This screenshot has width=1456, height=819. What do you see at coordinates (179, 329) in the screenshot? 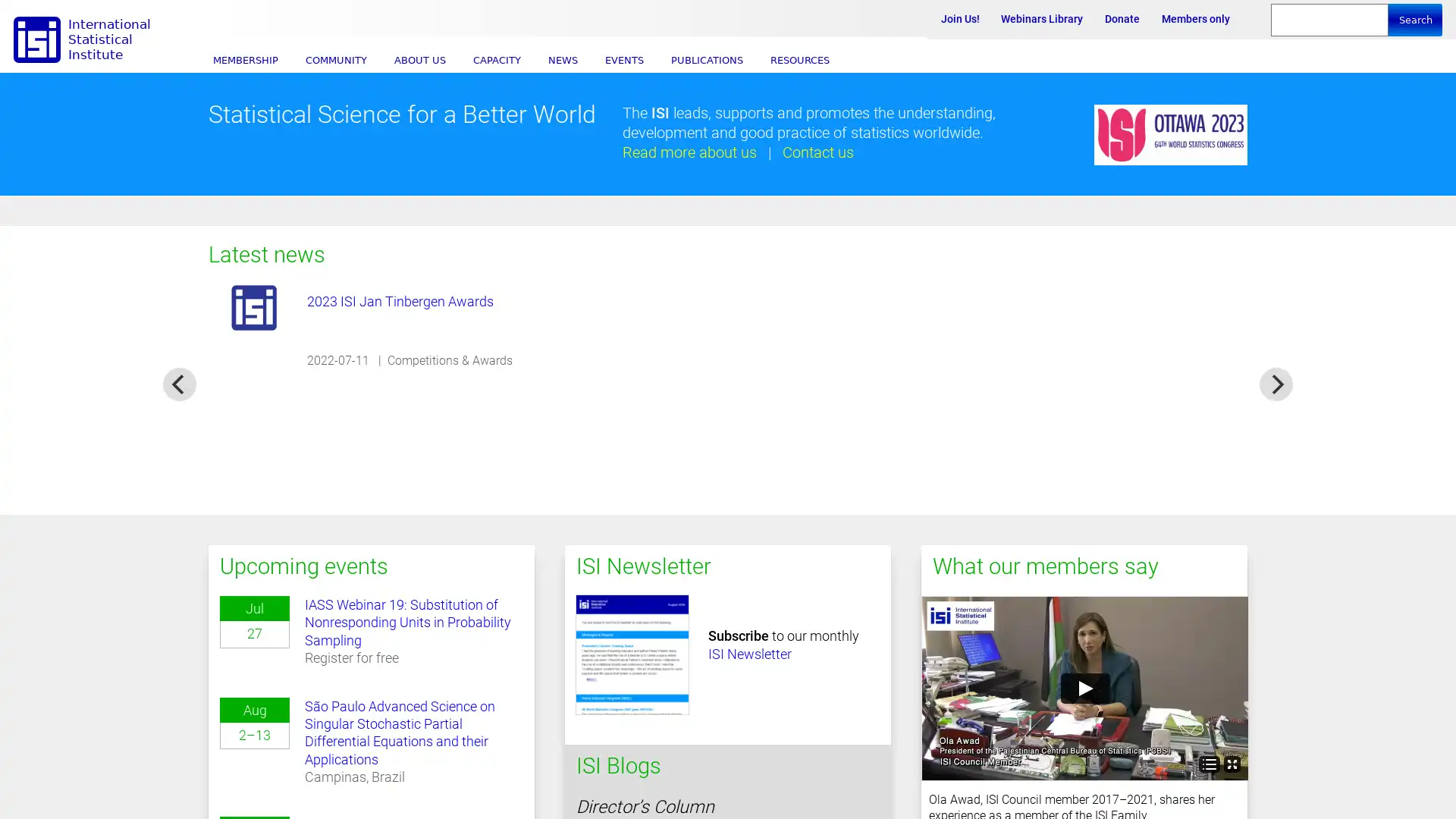
I see `previous` at bounding box center [179, 329].